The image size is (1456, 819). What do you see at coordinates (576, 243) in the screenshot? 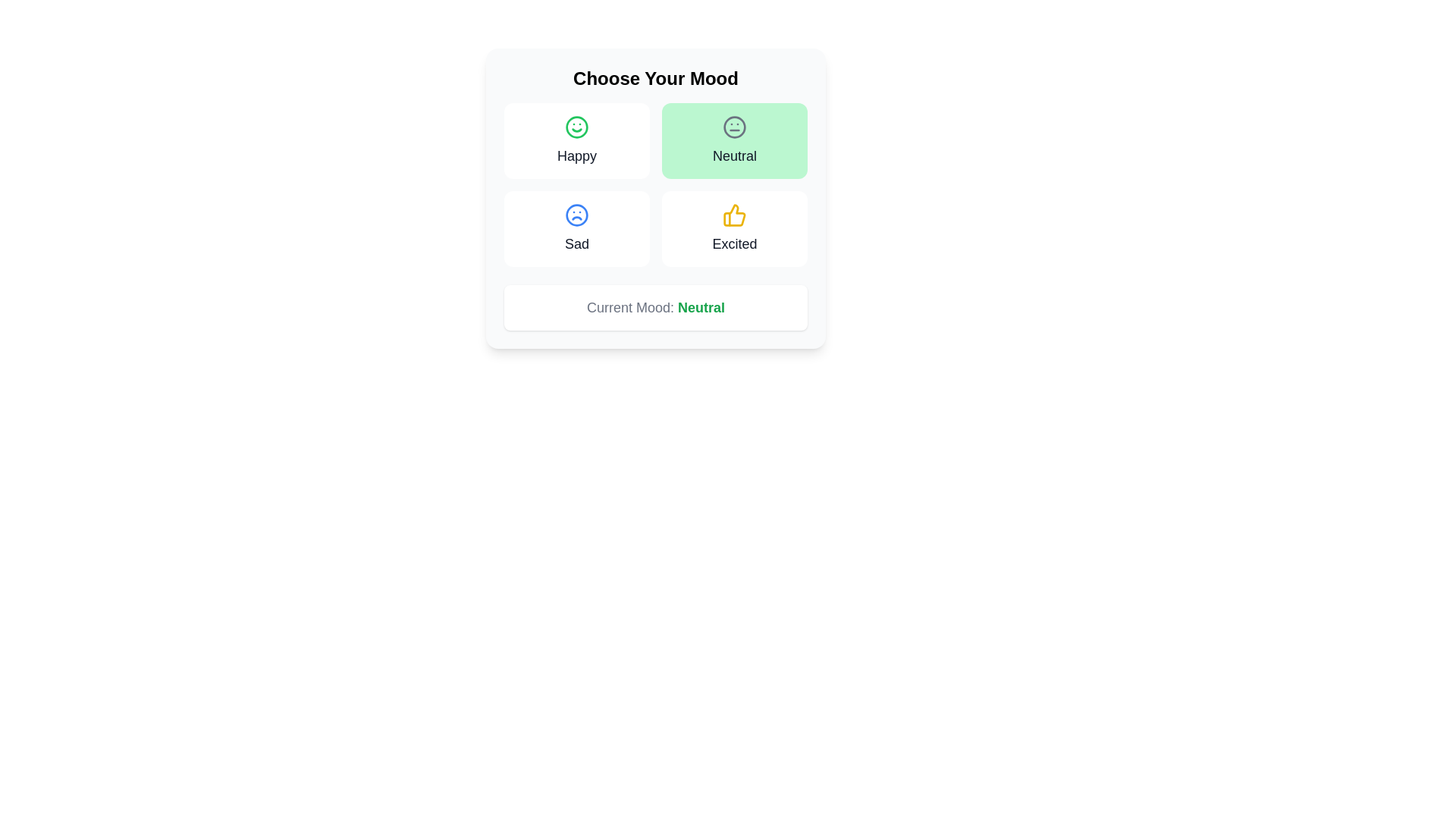
I see `text label representing the 'Sad' mood option, located in the bottom-left card of the 2x2 grid, directly underneath the blue sad face icon` at bounding box center [576, 243].